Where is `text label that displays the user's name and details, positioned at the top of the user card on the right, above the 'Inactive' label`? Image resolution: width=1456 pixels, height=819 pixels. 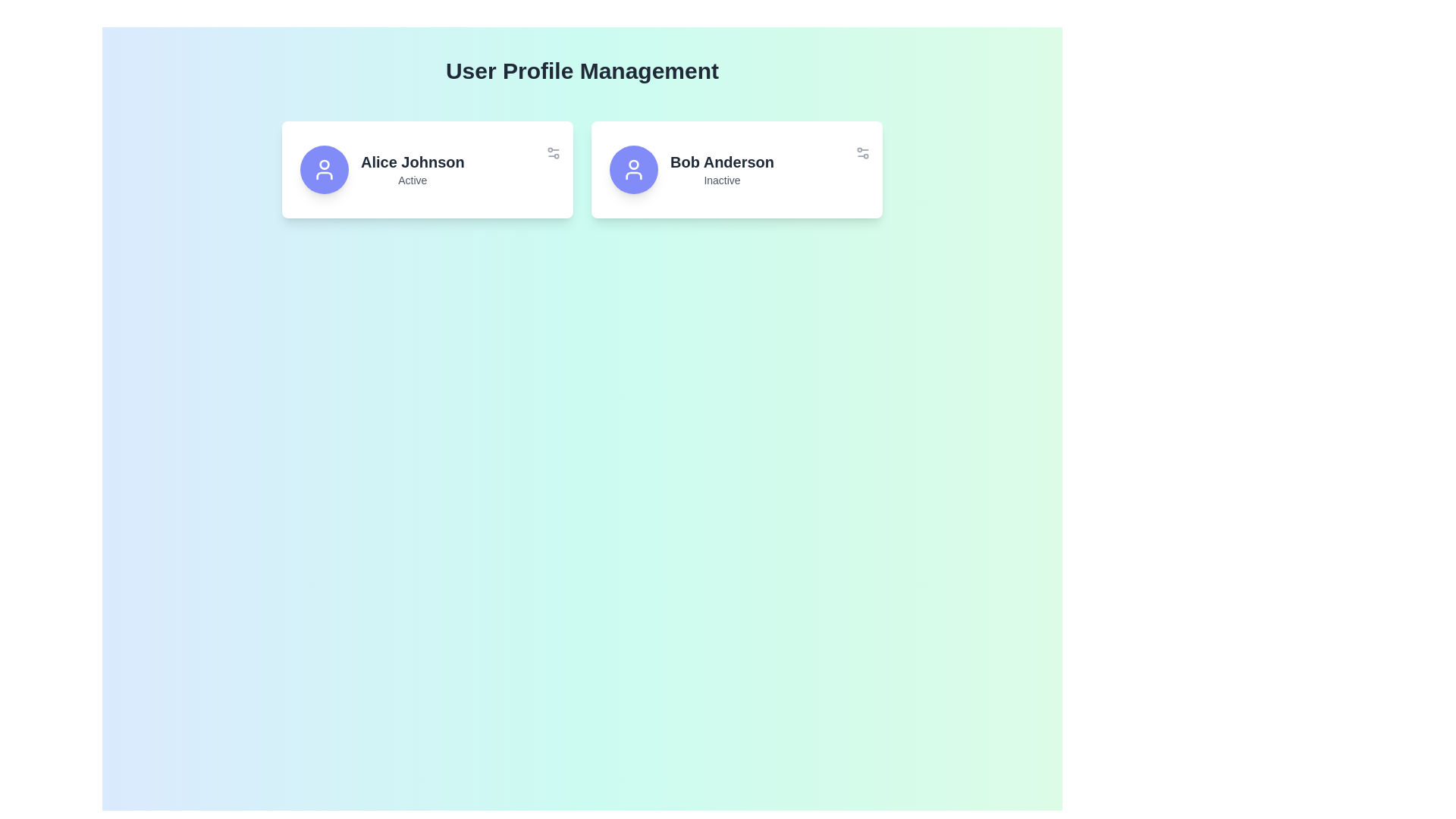 text label that displays the user's name and details, positioned at the top of the user card on the right, above the 'Inactive' label is located at coordinates (721, 162).